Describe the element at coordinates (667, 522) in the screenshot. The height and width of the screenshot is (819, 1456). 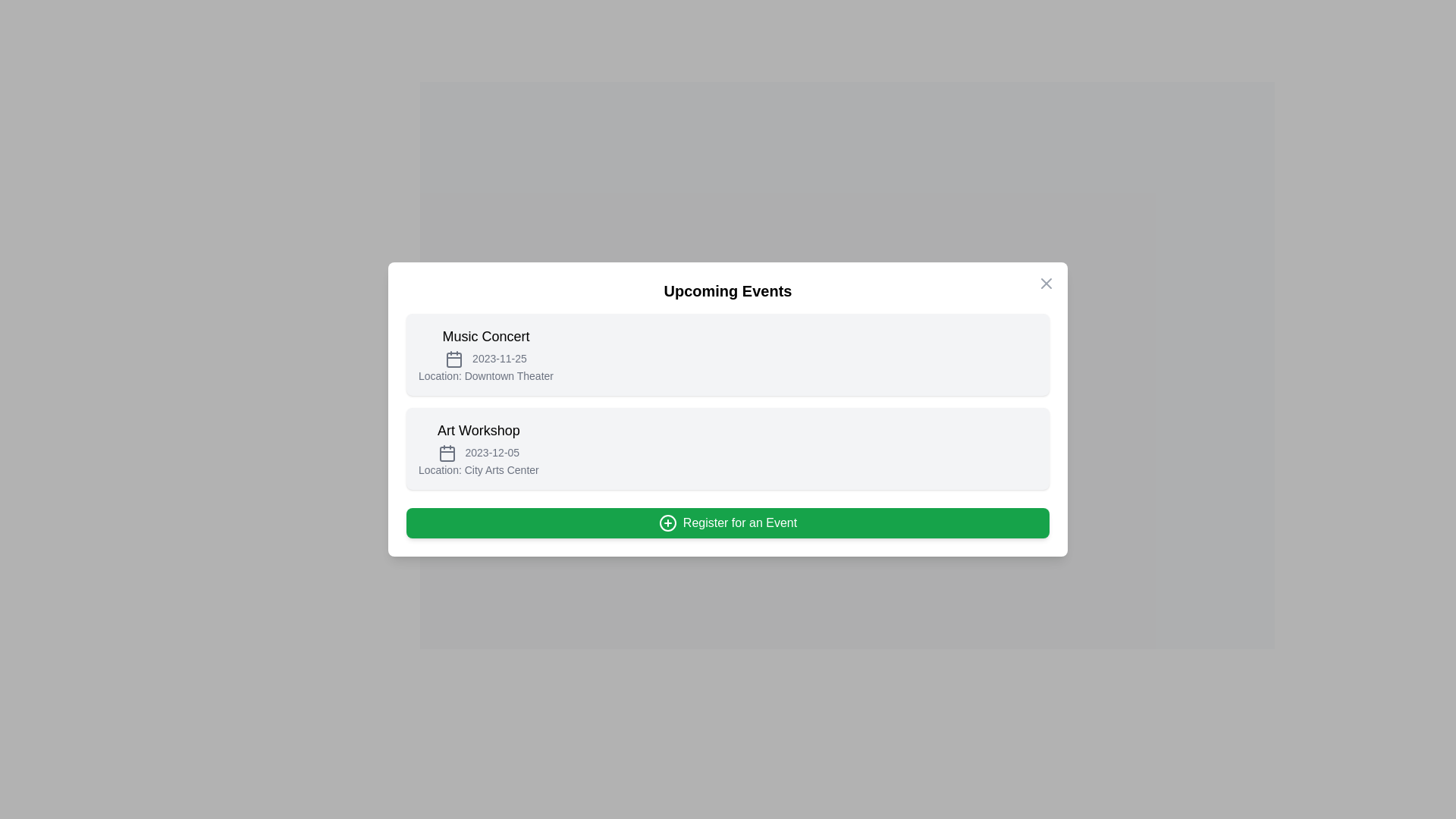
I see `the circular green icon with a white border and a plus symbol, located to the right of the 'Register for an Event' button` at that location.